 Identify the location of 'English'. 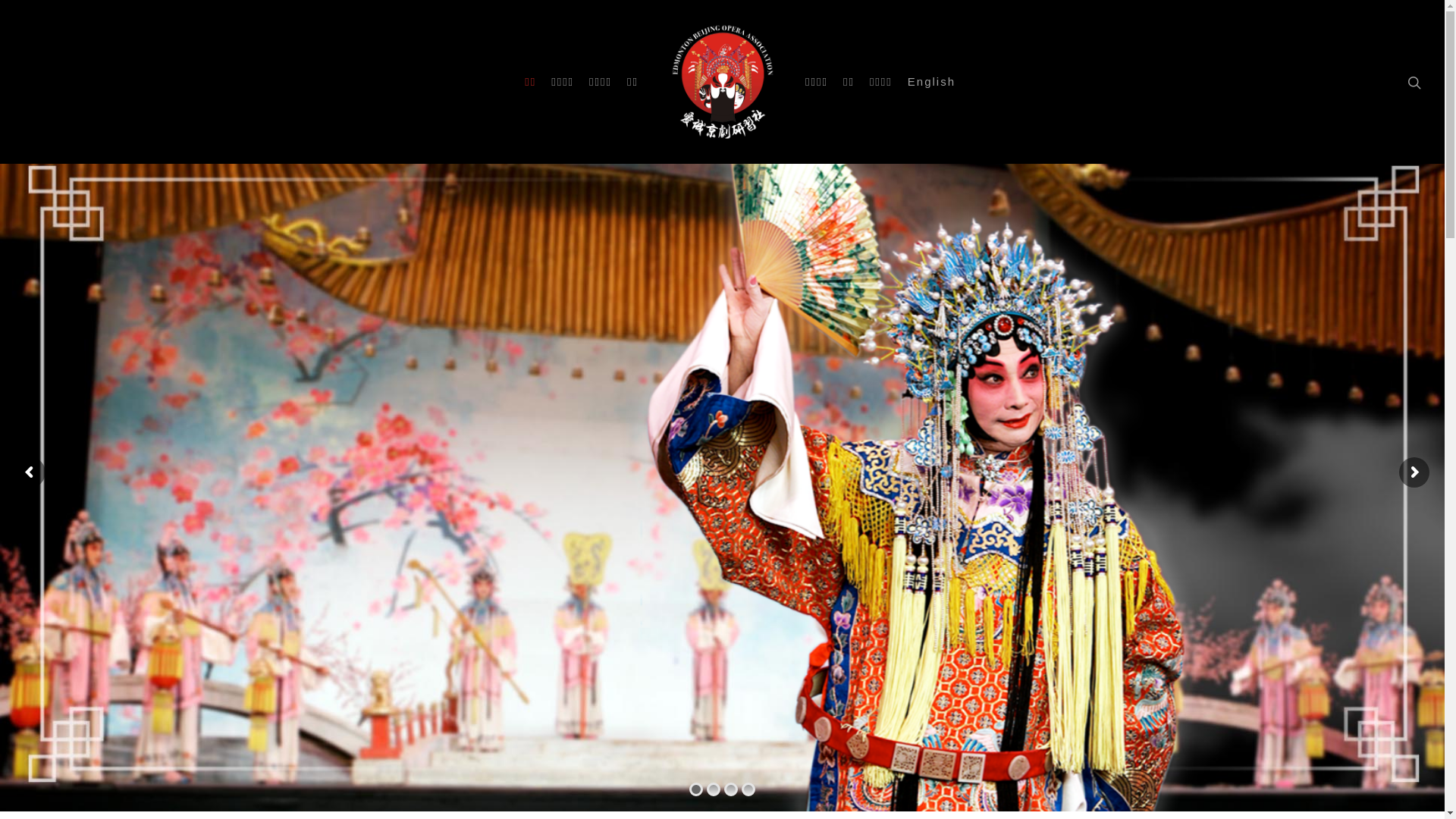
(930, 82).